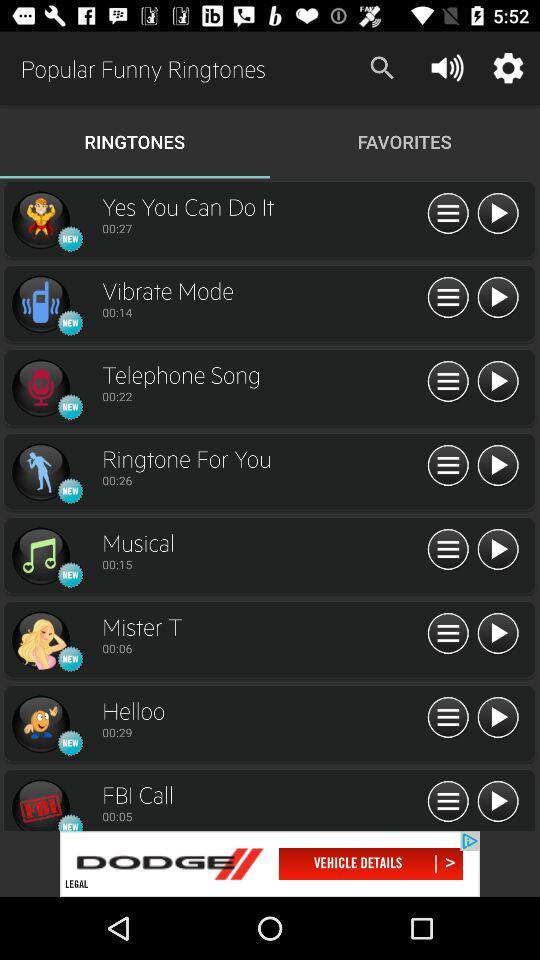 This screenshot has width=540, height=960. I want to click on opens a menu, so click(448, 802).